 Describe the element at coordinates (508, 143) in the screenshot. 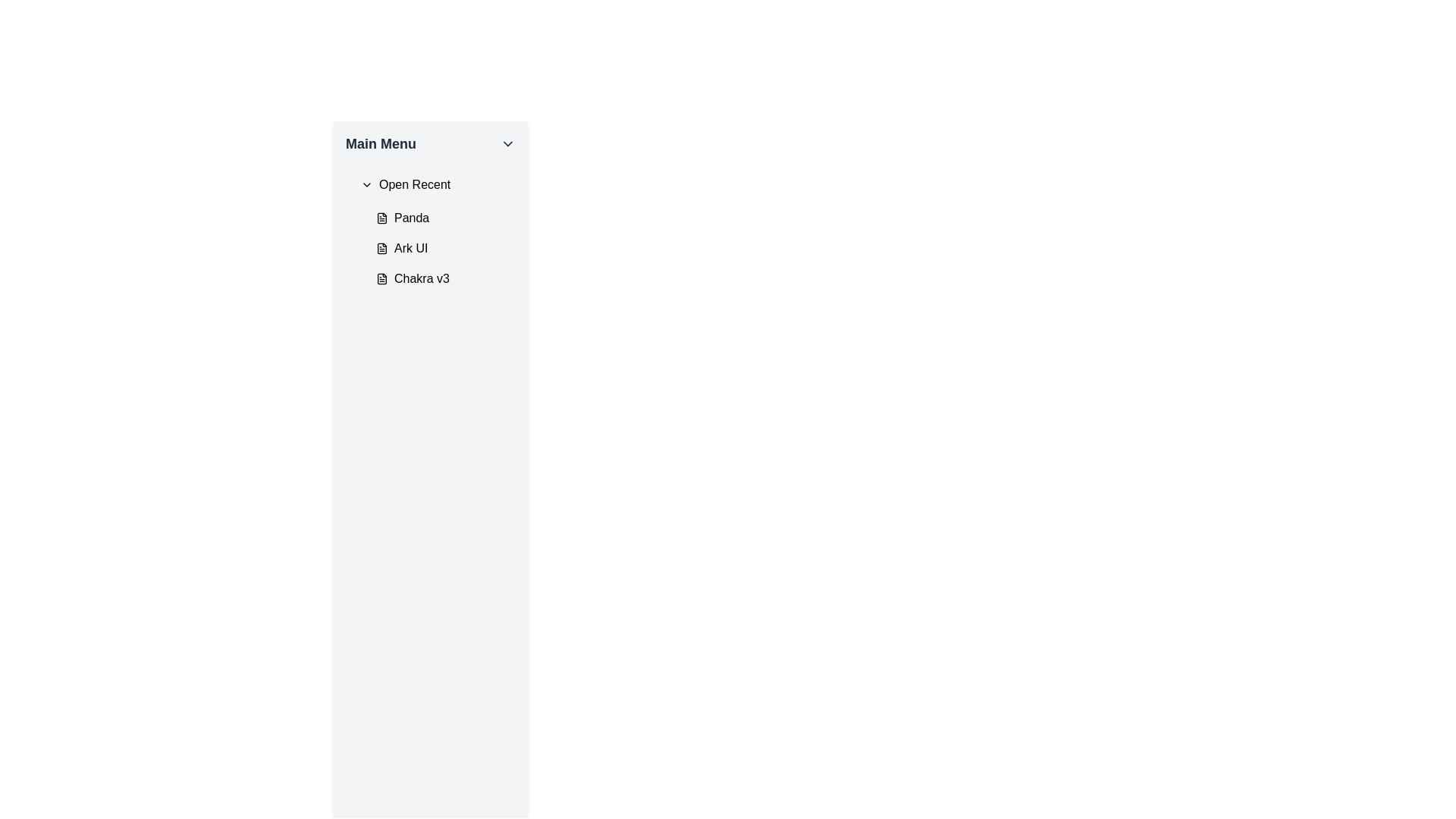

I see `the downward-facing chevron icon in the 'Main Menu' header` at that location.